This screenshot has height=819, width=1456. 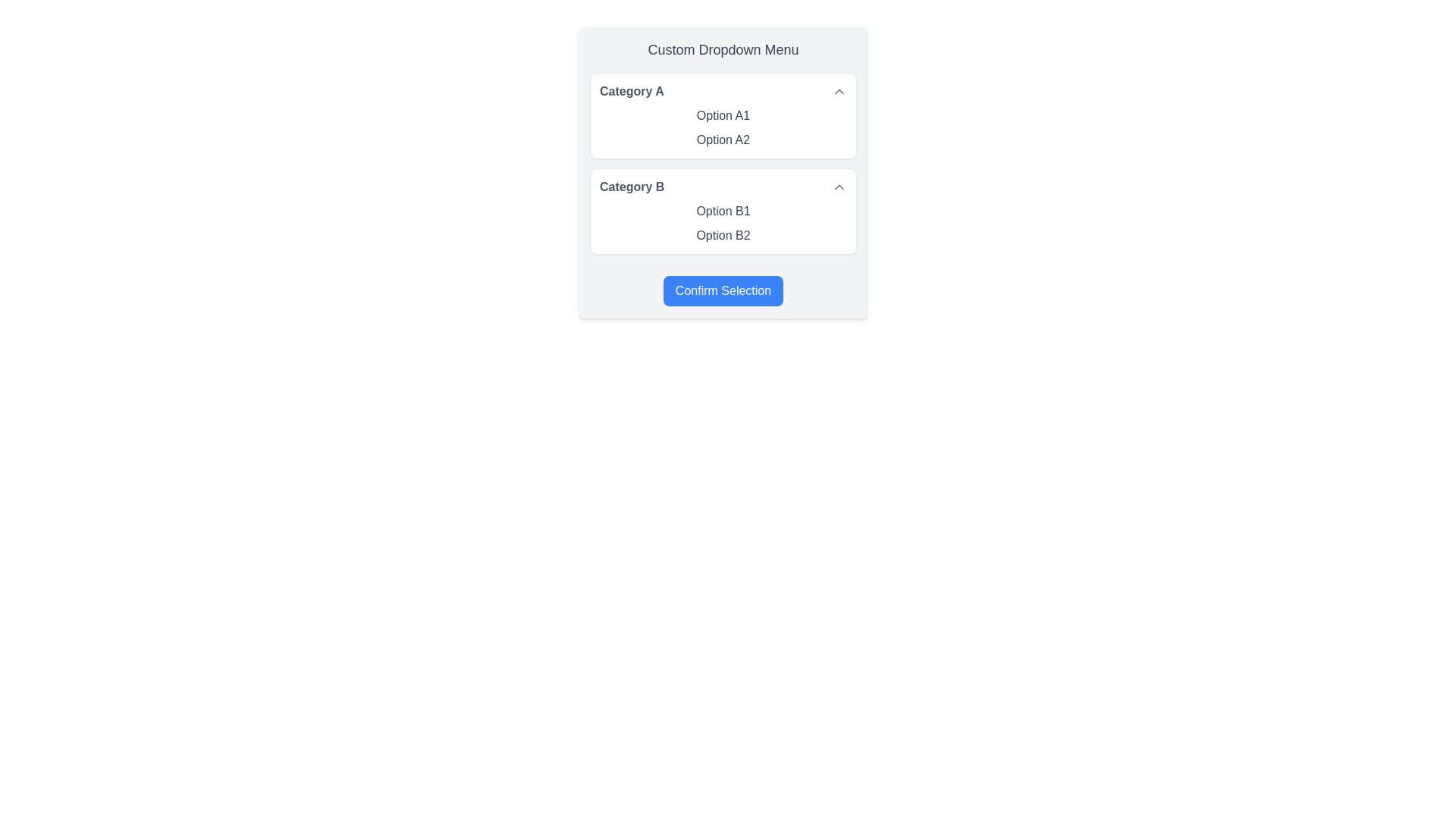 I want to click on the upward-pointing chevron arrow icon located to the right of the 'Category B' label in the dropdown menu, so click(x=839, y=186).